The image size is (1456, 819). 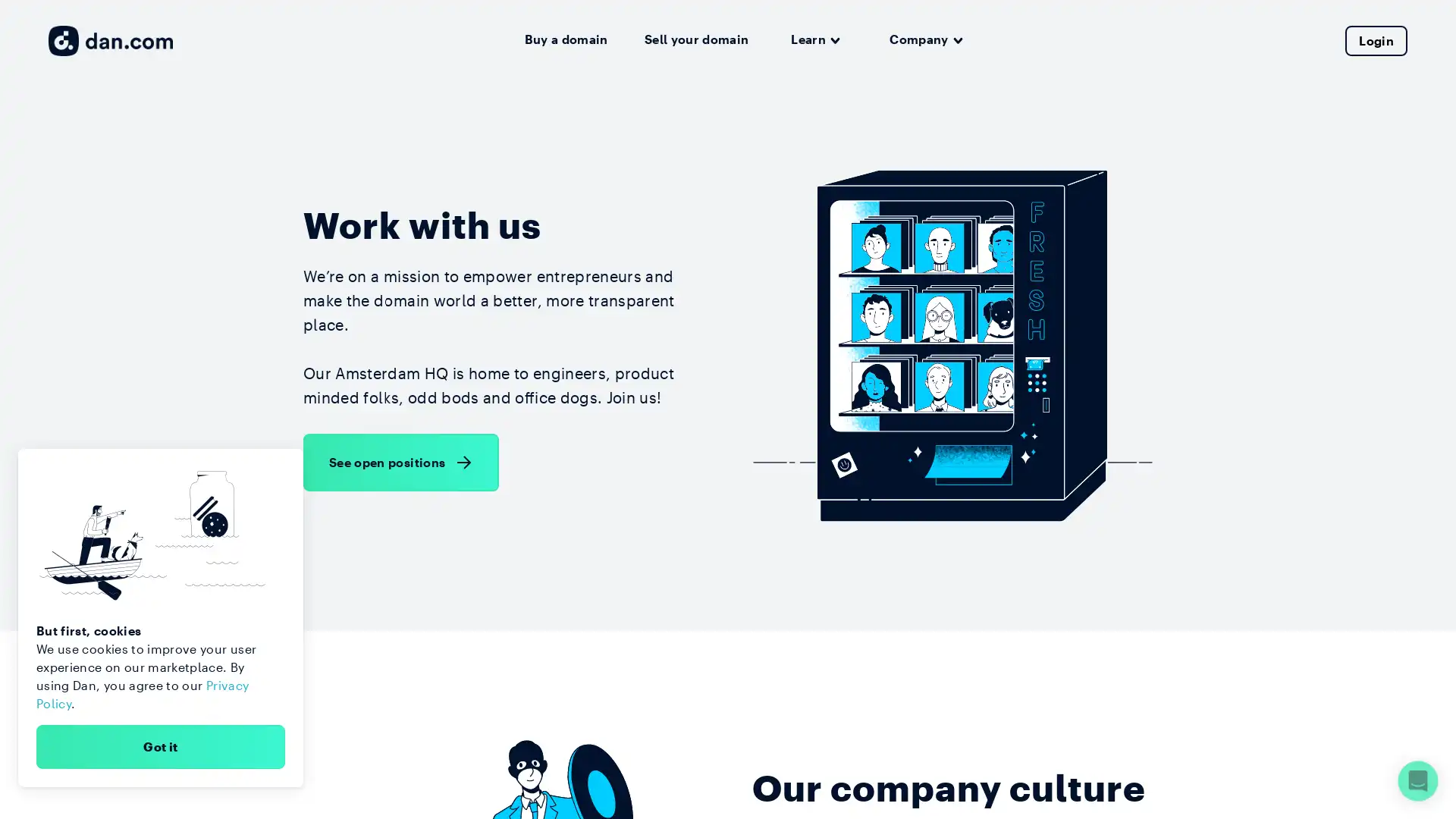 I want to click on Got it, so click(x=160, y=745).